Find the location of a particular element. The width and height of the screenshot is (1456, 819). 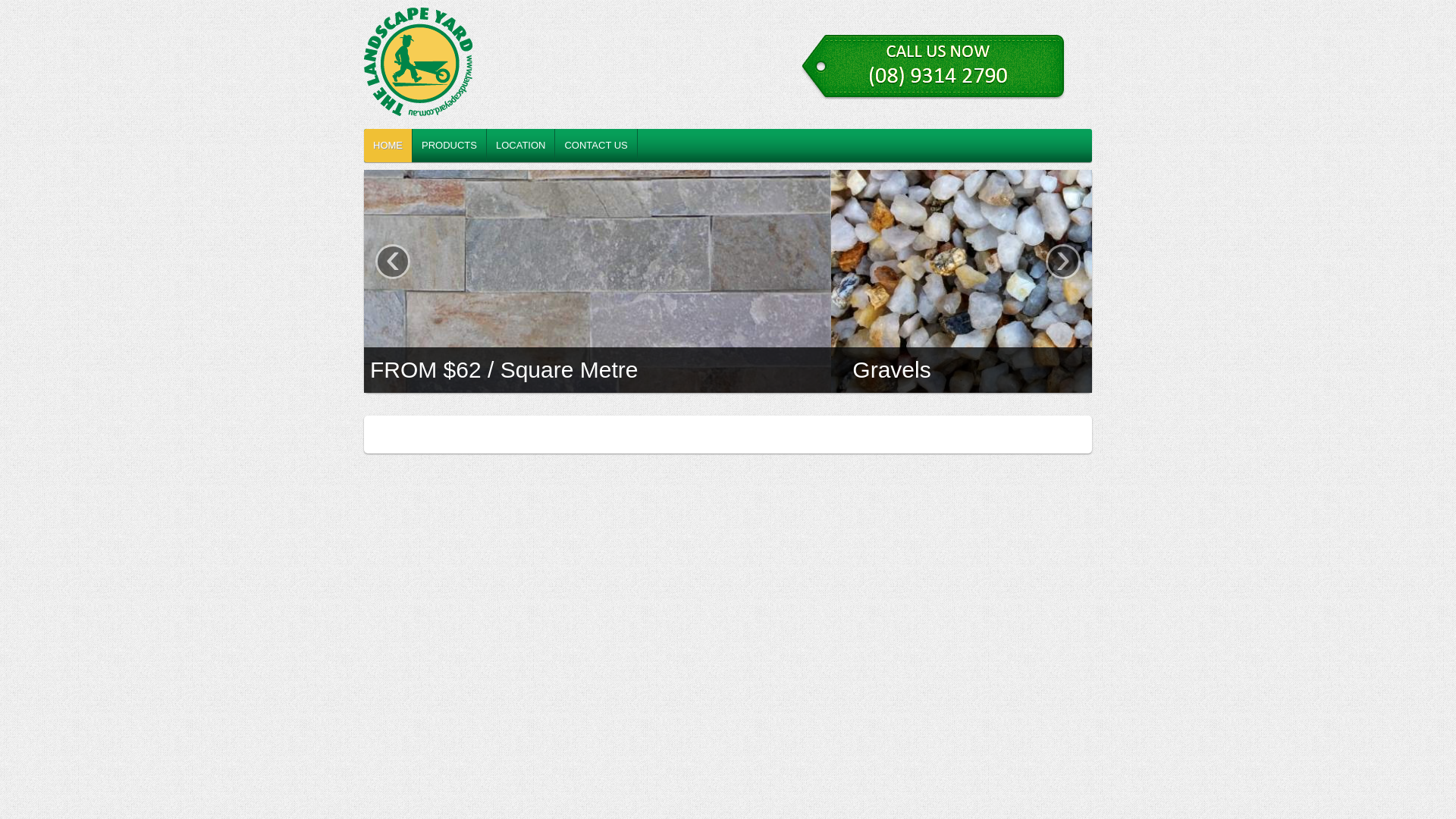

'CONTACT US' is located at coordinates (595, 146).